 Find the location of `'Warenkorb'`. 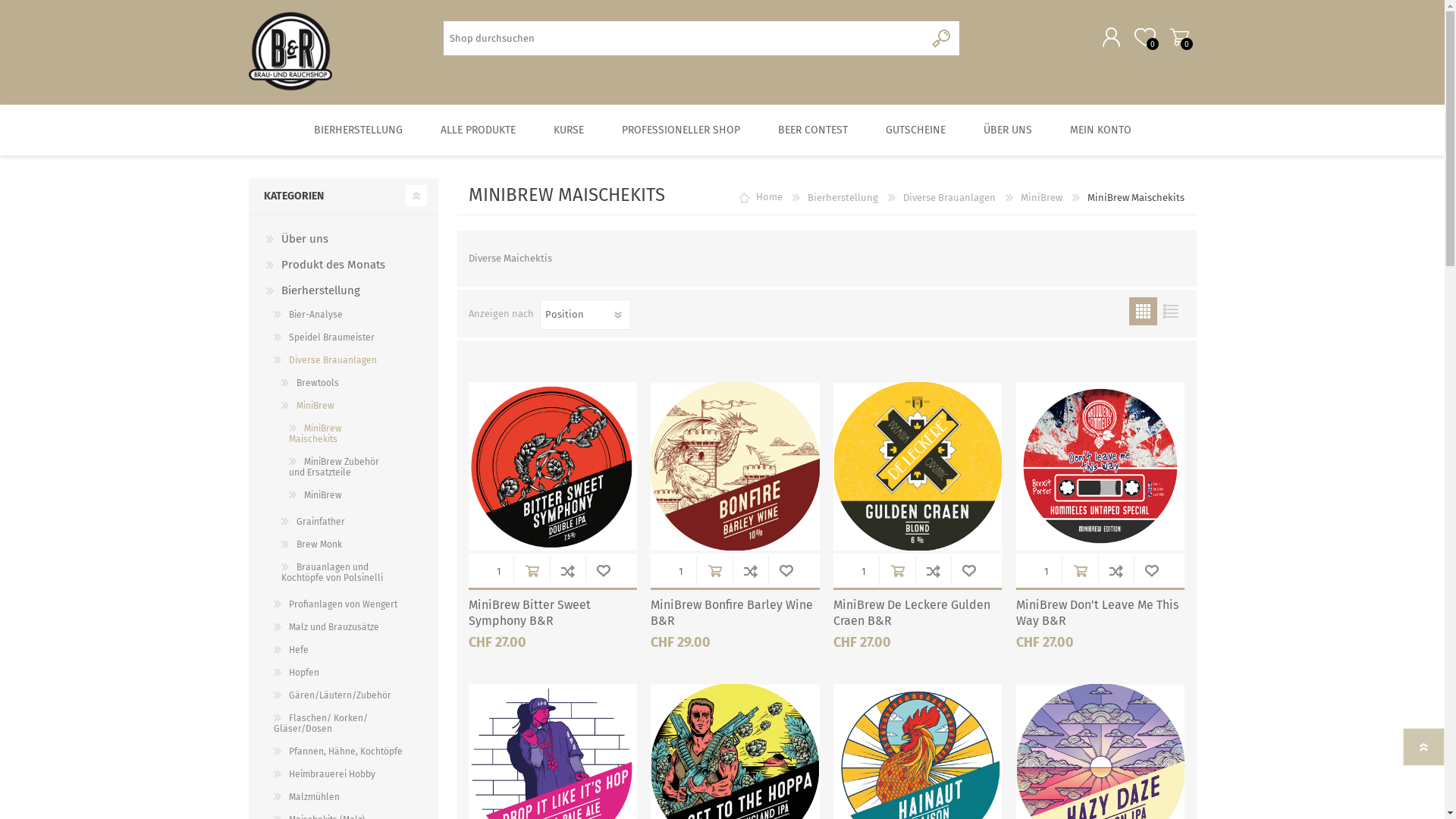

'Warenkorb' is located at coordinates (1178, 36).